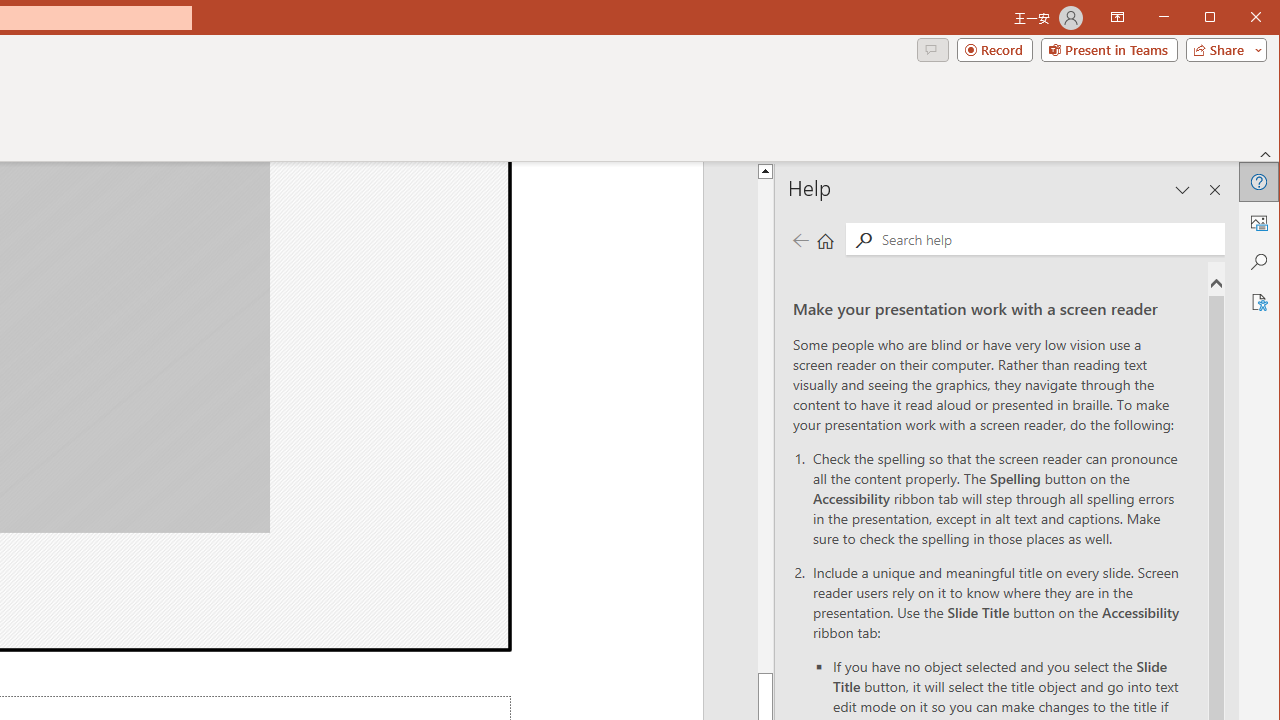 The height and width of the screenshot is (720, 1280). What do you see at coordinates (1183, 190) in the screenshot?
I see `'Task Pane Options'` at bounding box center [1183, 190].